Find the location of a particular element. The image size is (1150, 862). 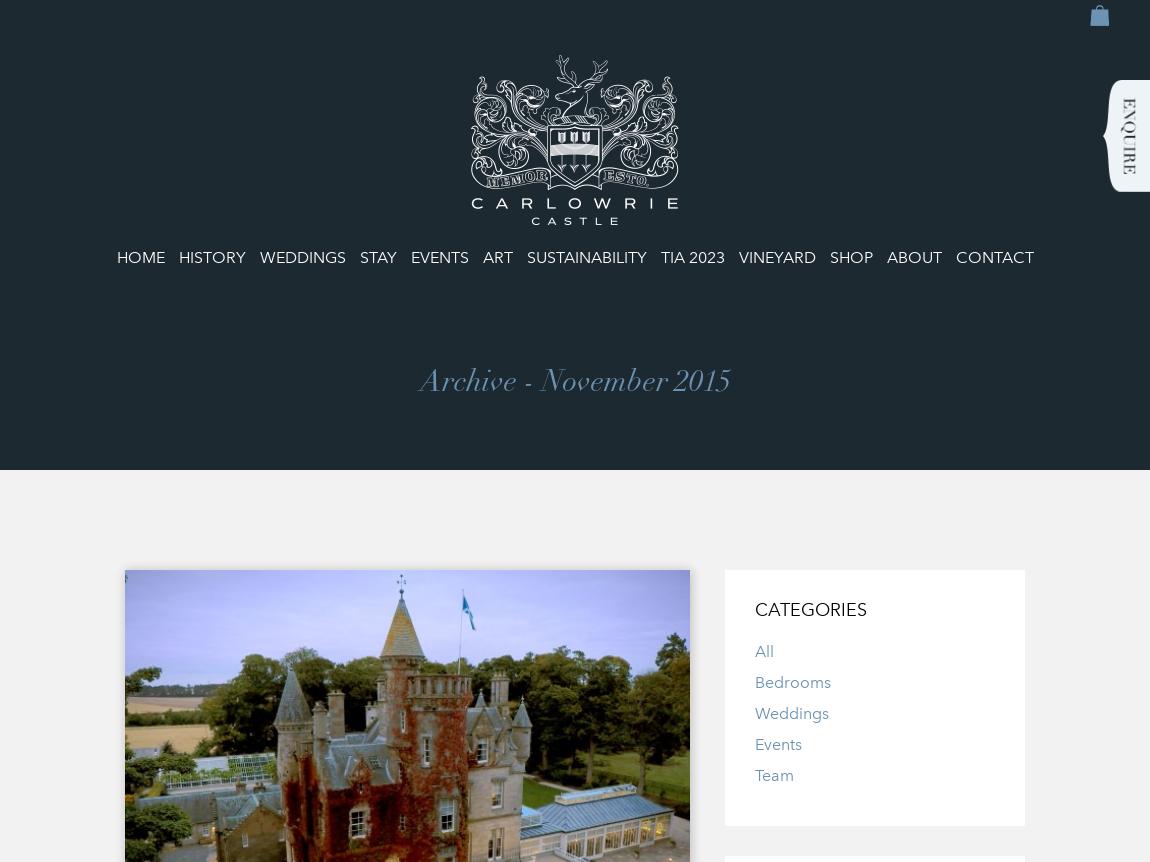

'About' is located at coordinates (885, 256).